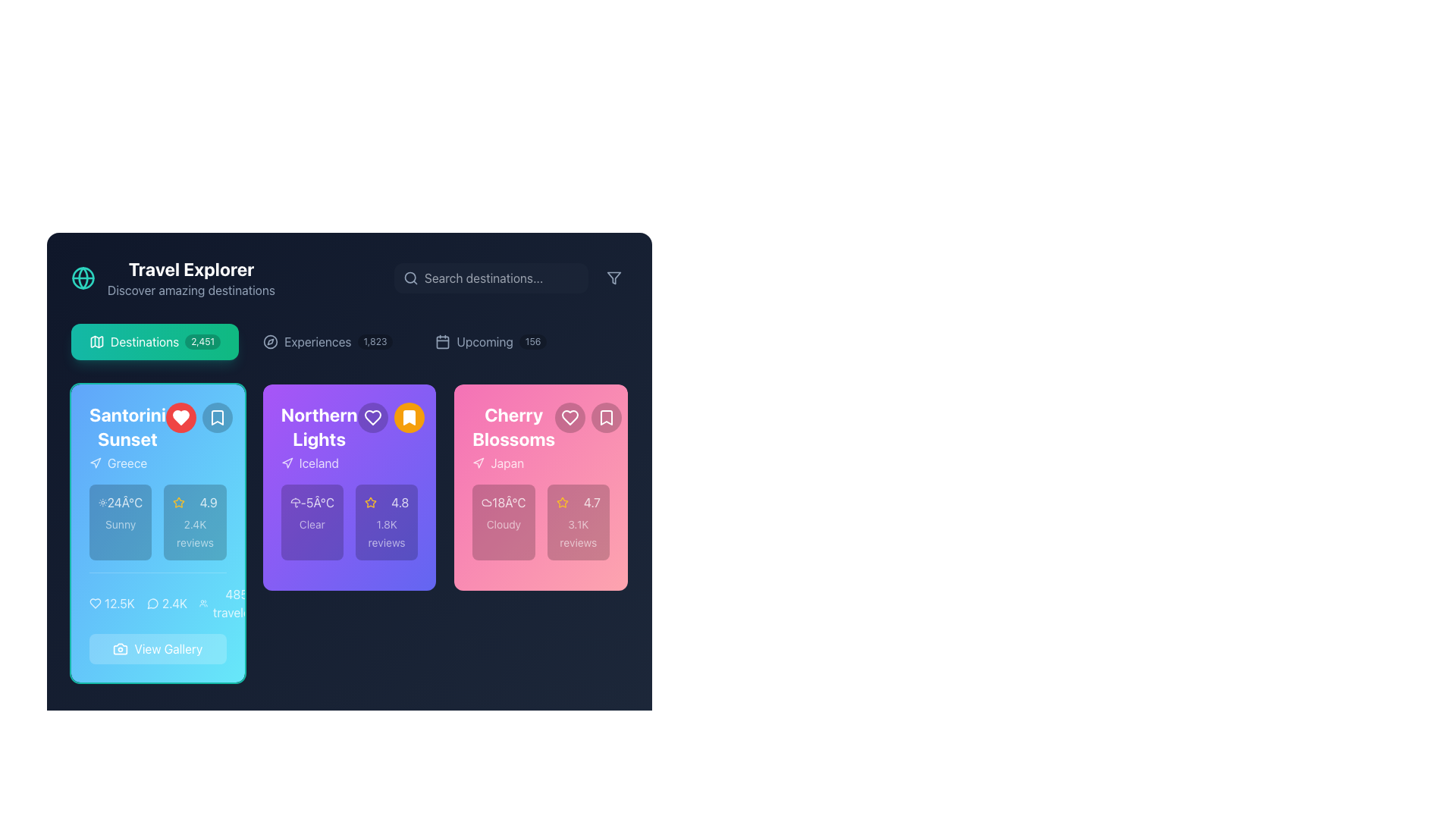 Image resolution: width=1456 pixels, height=819 pixels. What do you see at coordinates (111, 602) in the screenshot?
I see `the heart-shaped icon with the numeric text '12.5K' located in the 'Santorini Sunset' section, positioned as the first item in a horizontal group of similar metric elements` at bounding box center [111, 602].